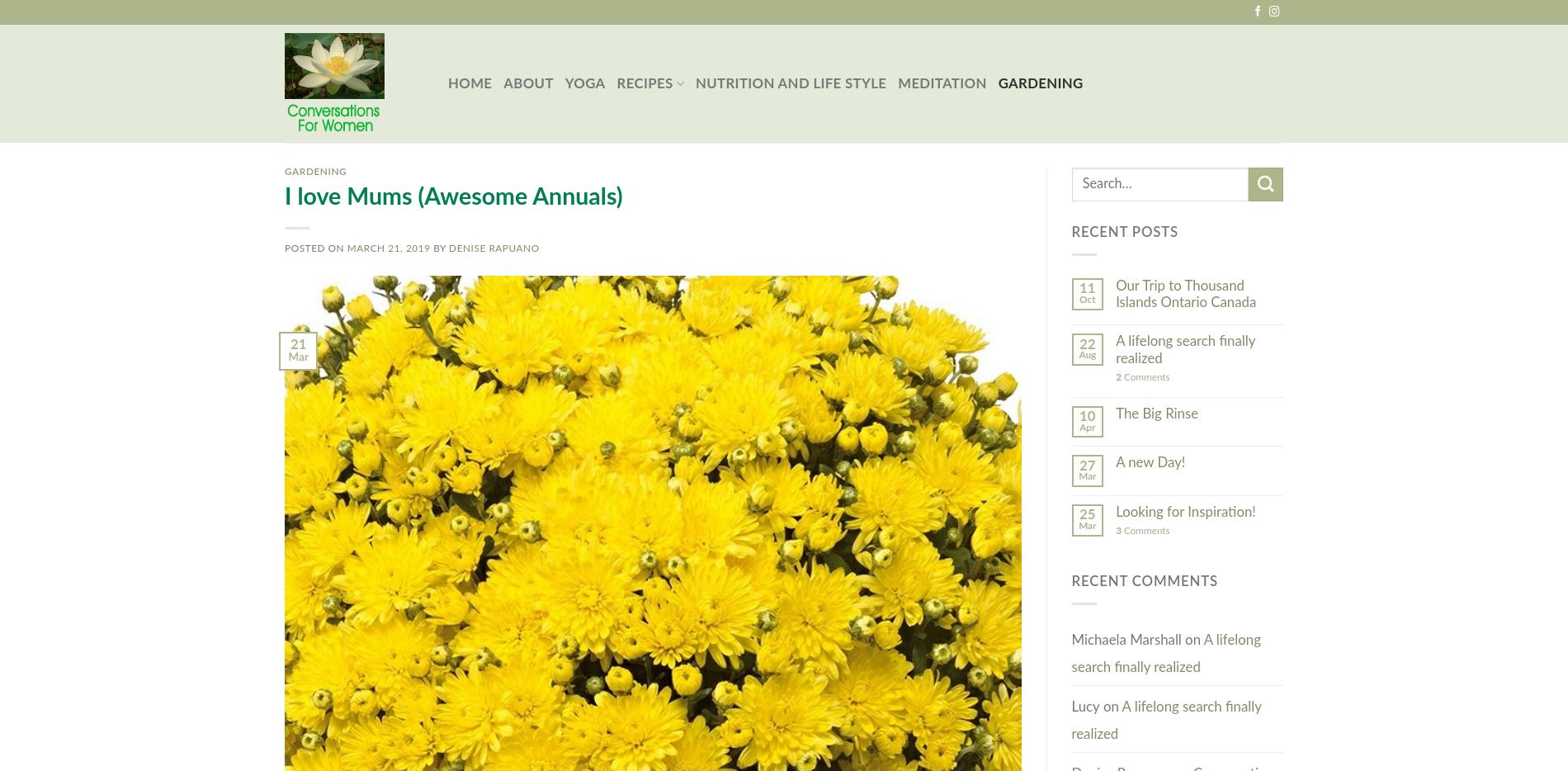 The height and width of the screenshot is (771, 1568). I want to click on '22', so click(1086, 343).